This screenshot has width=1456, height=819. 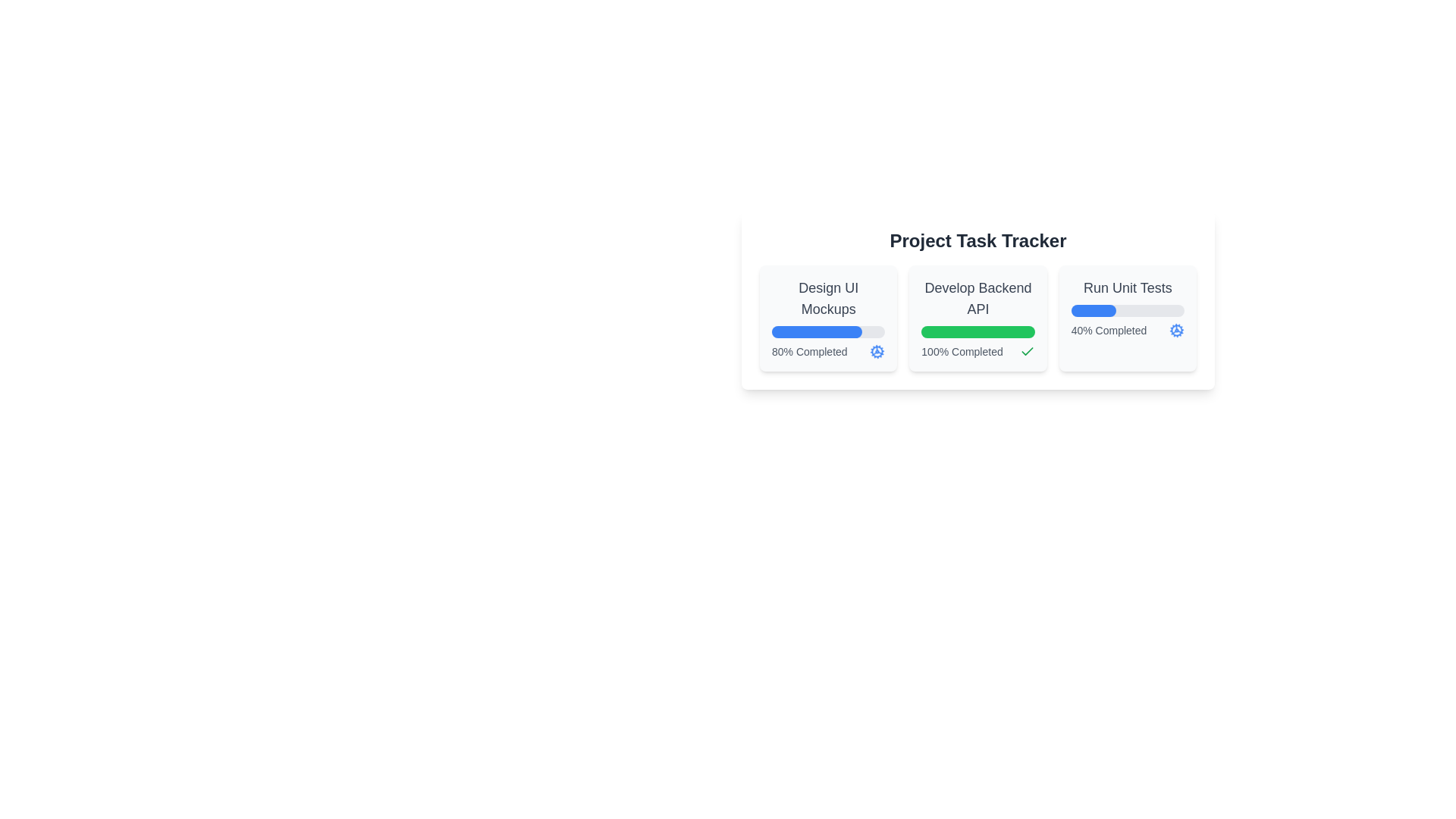 What do you see at coordinates (877, 351) in the screenshot?
I see `the circular gear icon with a thick border, located below the 'Run Unit Tests' label in the task tracker interface` at bounding box center [877, 351].